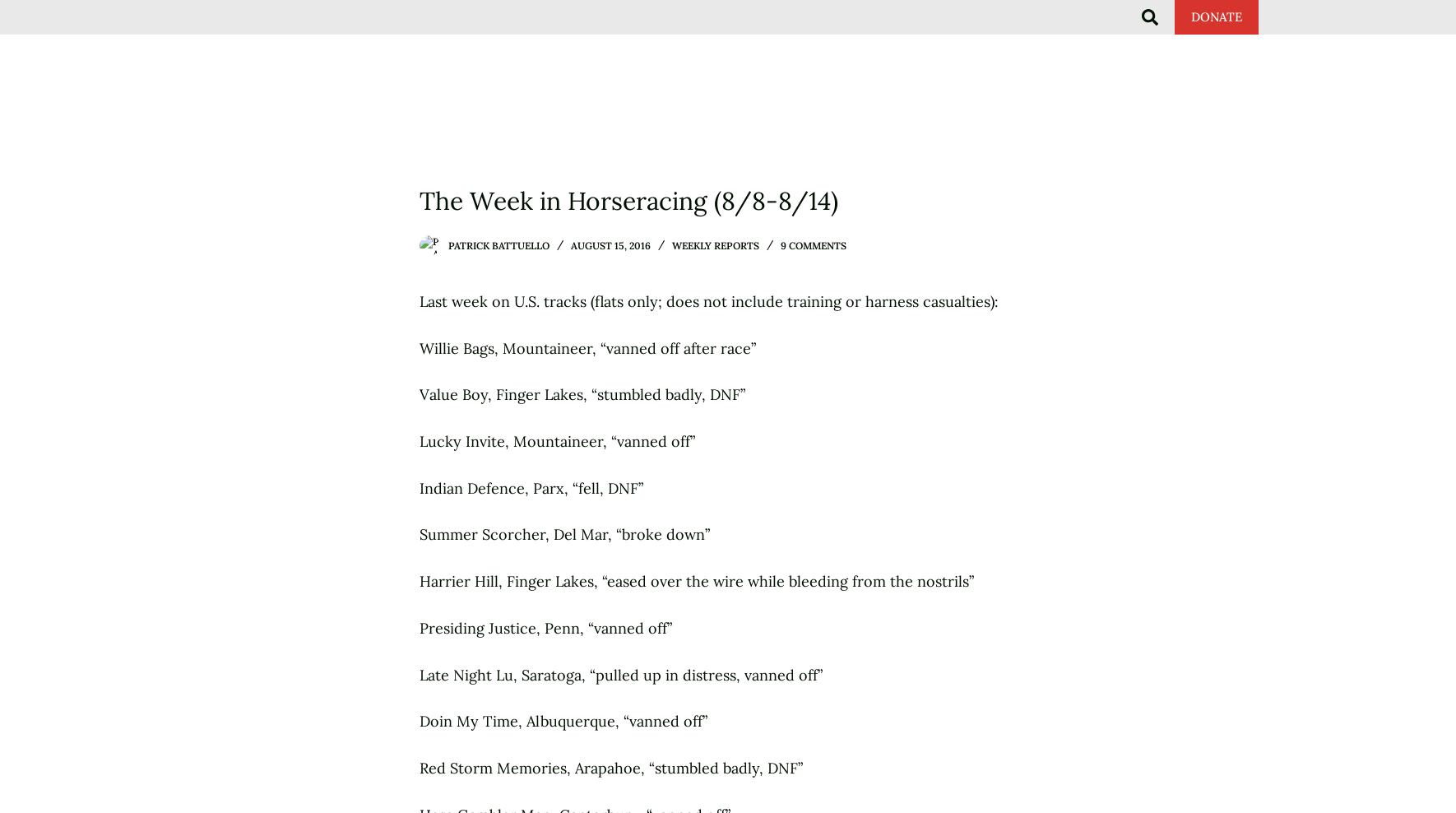 This screenshot has width=1456, height=813. Describe the element at coordinates (1221, 33) in the screenshot. I see `'Contact'` at that location.